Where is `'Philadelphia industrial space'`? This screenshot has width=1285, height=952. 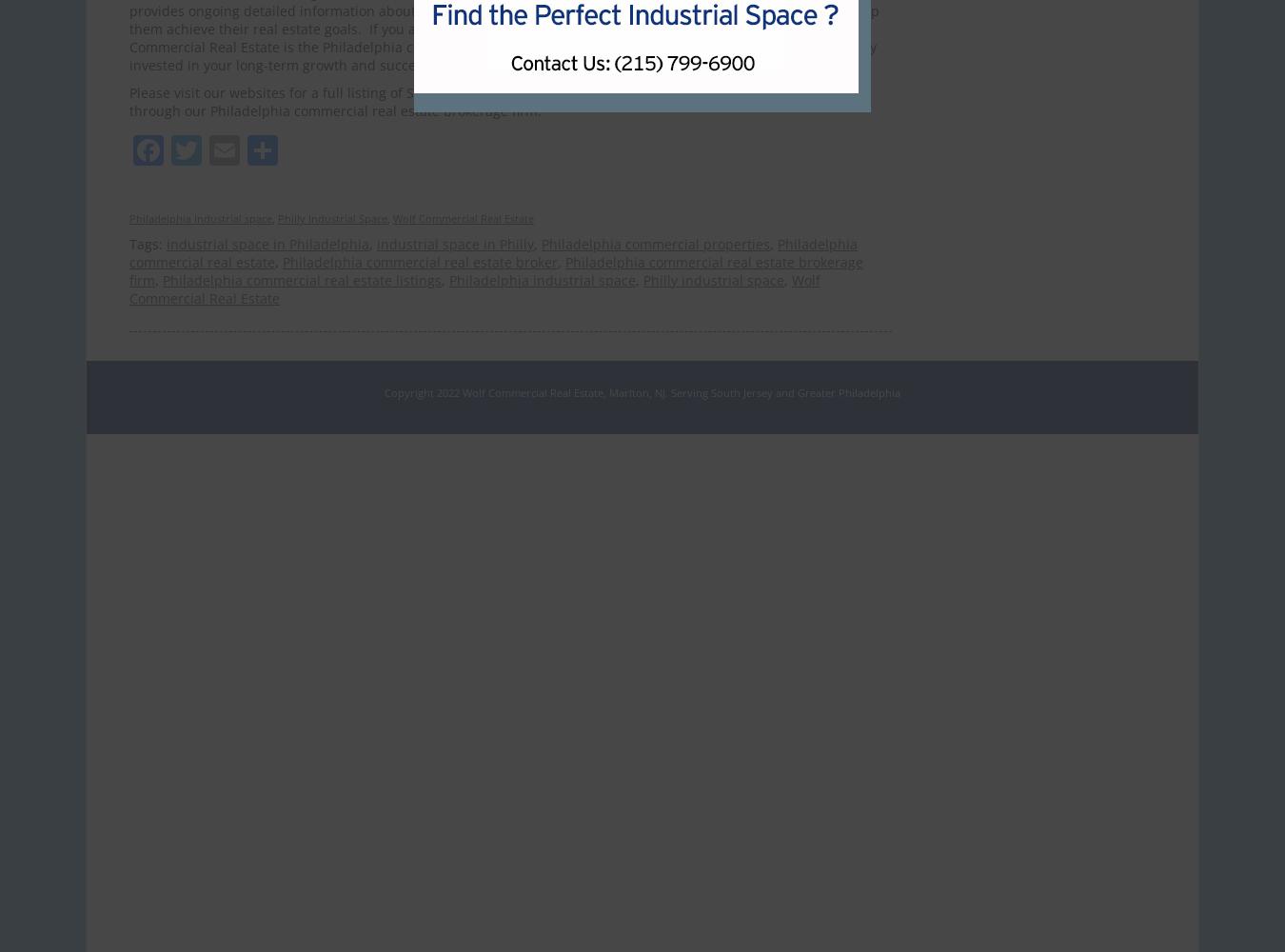 'Philadelphia industrial space' is located at coordinates (542, 280).